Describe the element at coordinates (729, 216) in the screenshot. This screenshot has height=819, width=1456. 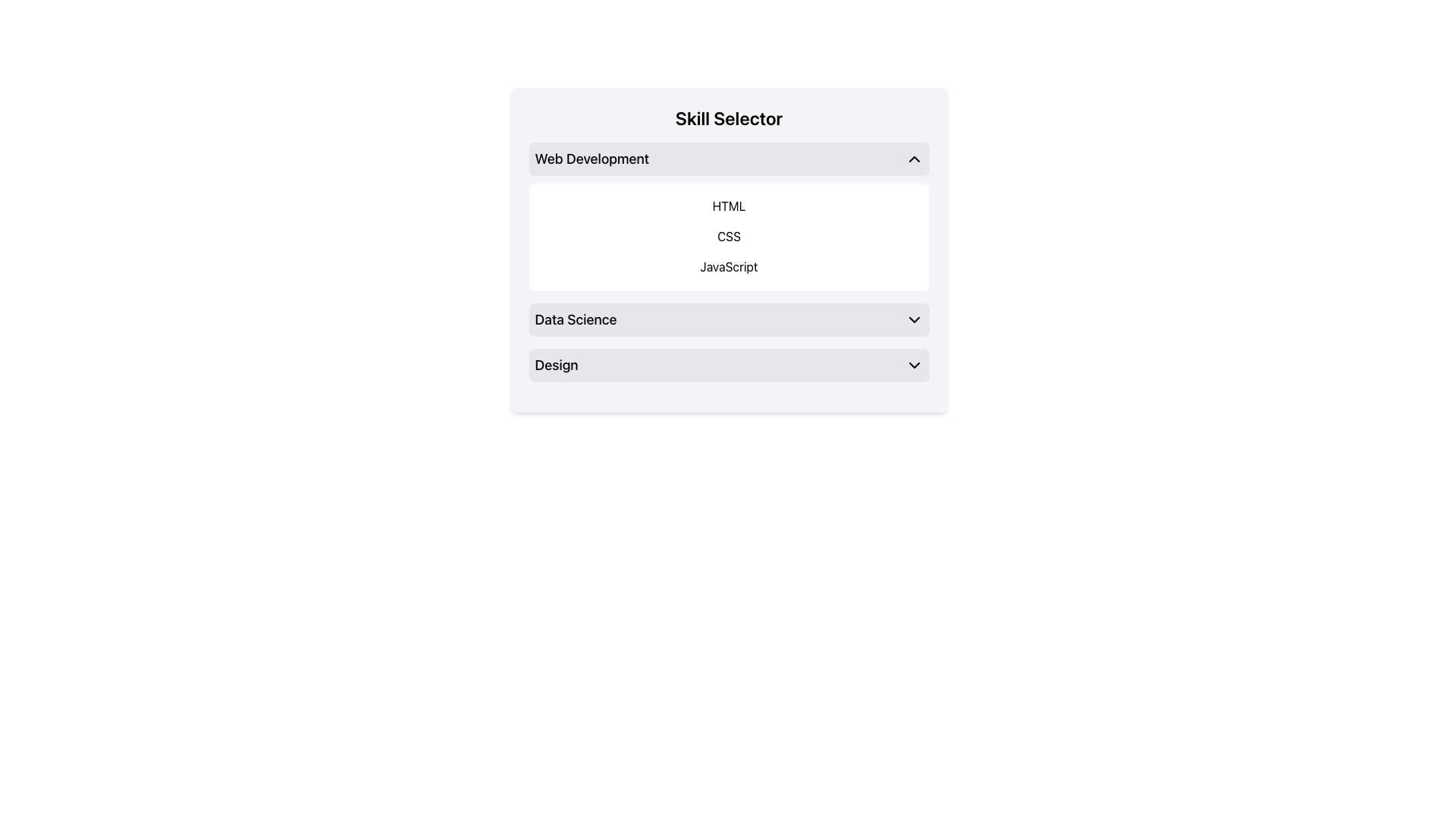
I see `one of the selectable items in the interactive list under the 'Web Development' category, positioned directly below the 'Web Development' header` at that location.